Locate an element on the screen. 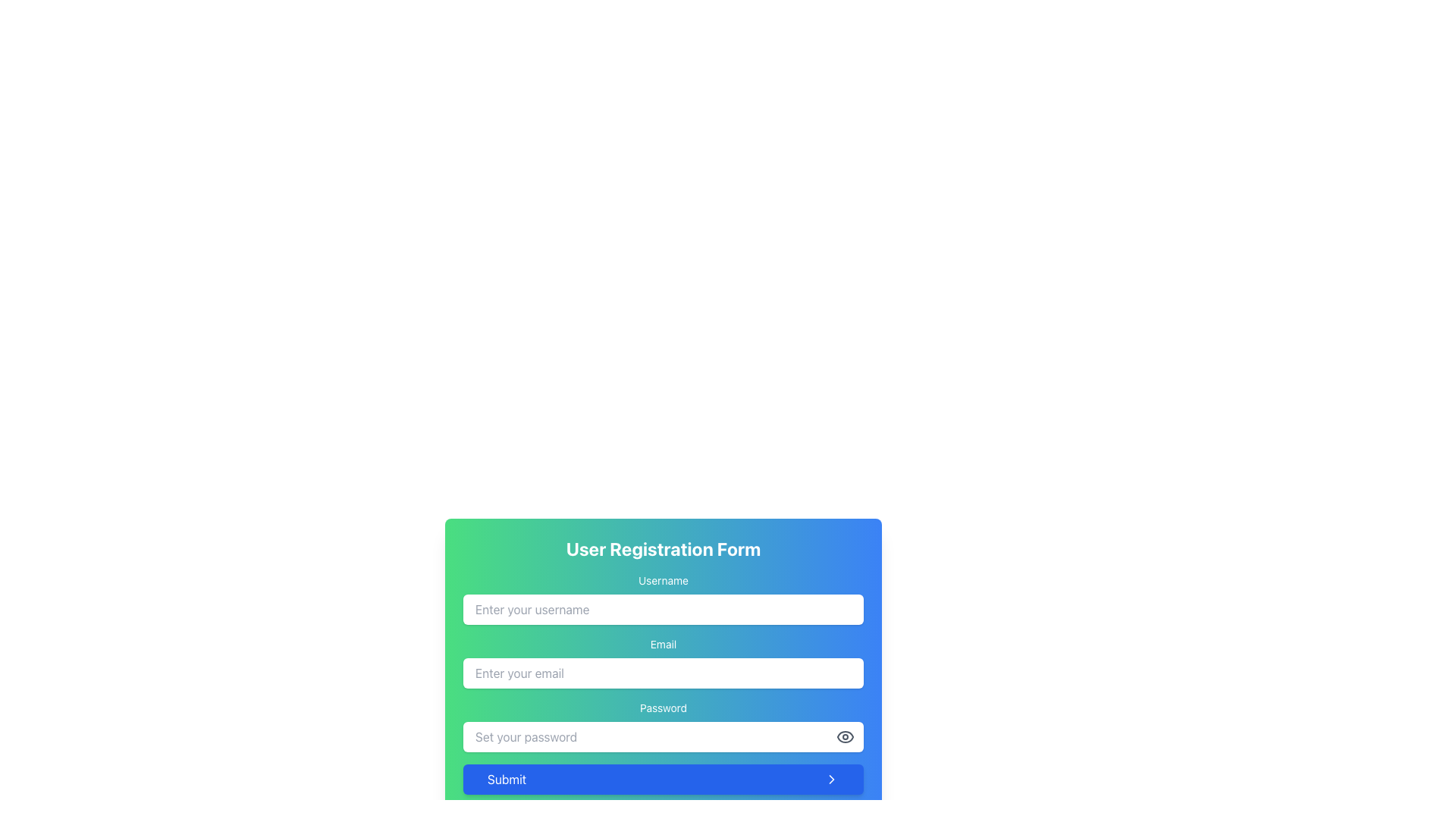  the submit button located at the bottom of the user registration form is located at coordinates (663, 780).